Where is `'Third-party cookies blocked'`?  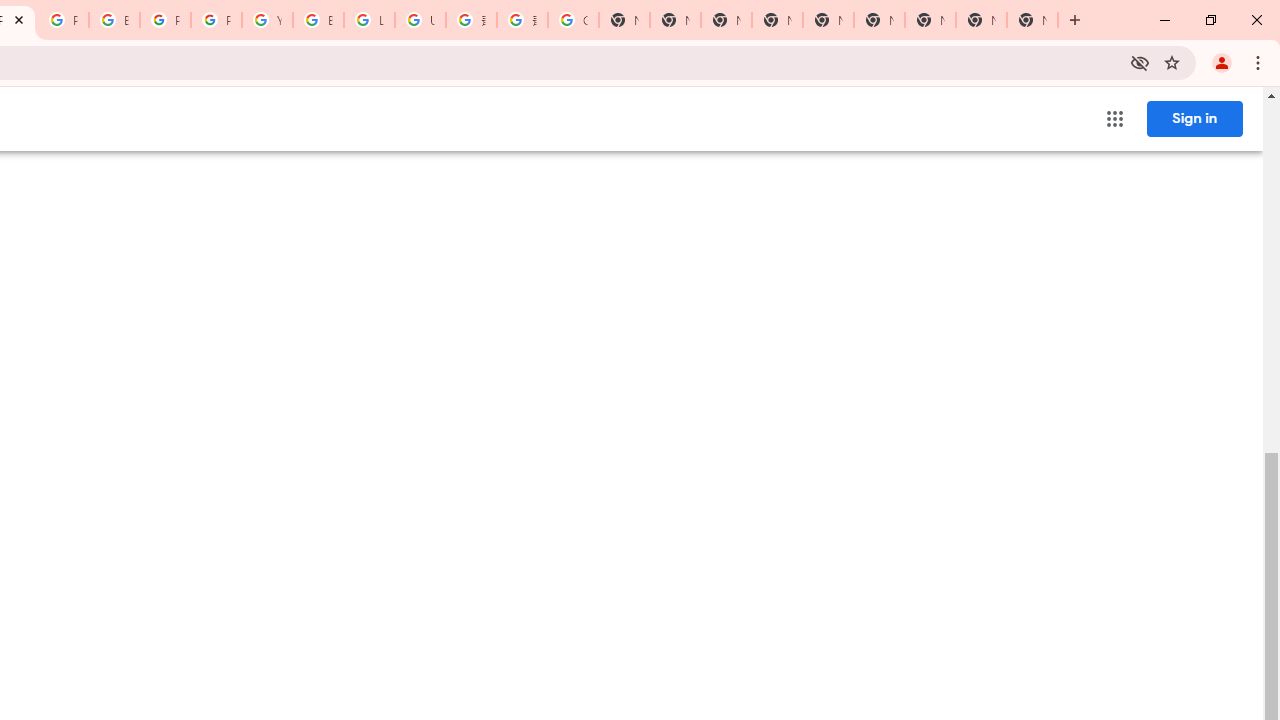 'Third-party cookies blocked' is located at coordinates (1139, 61).